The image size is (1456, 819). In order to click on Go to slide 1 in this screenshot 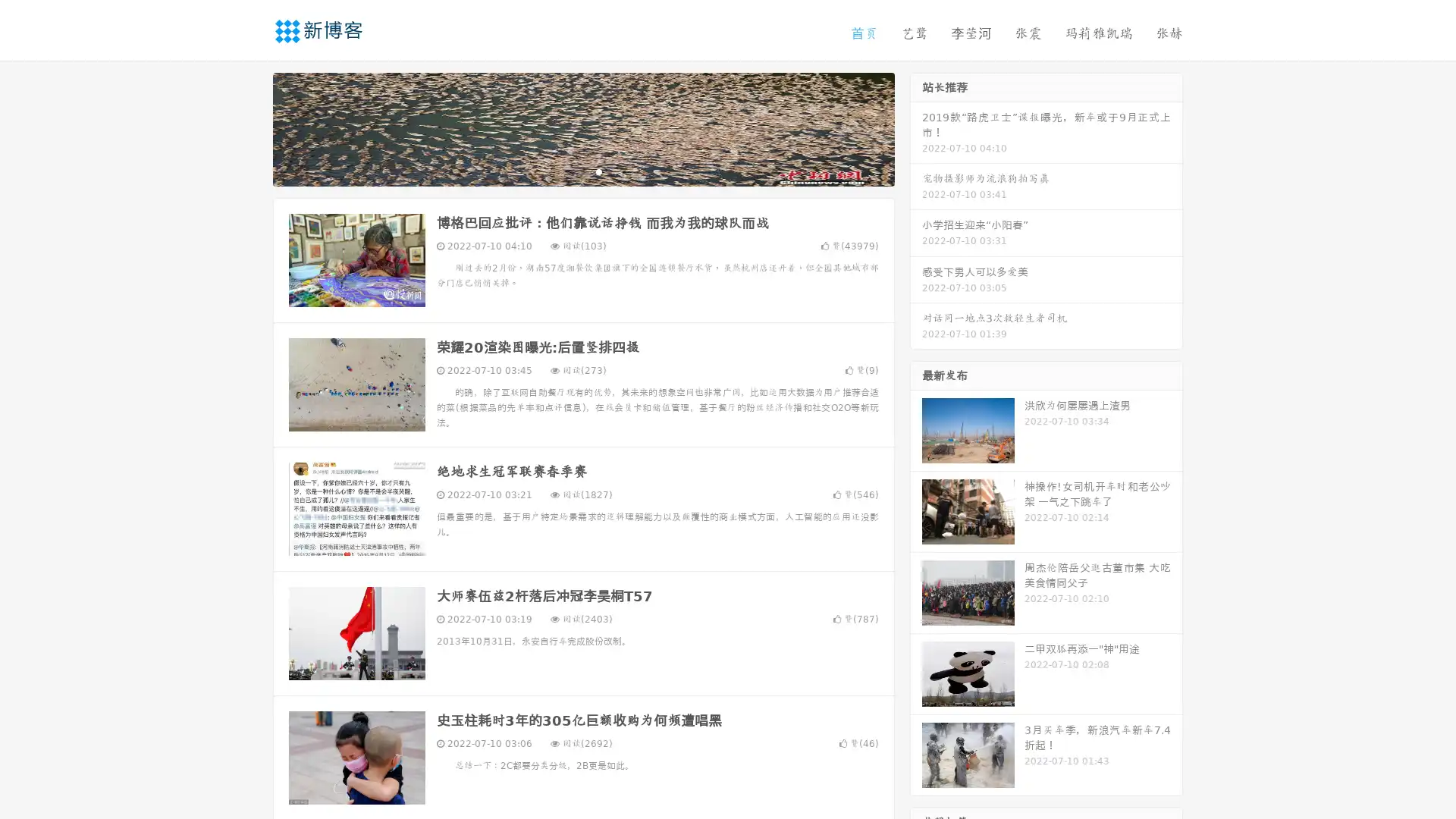, I will do `click(567, 171)`.